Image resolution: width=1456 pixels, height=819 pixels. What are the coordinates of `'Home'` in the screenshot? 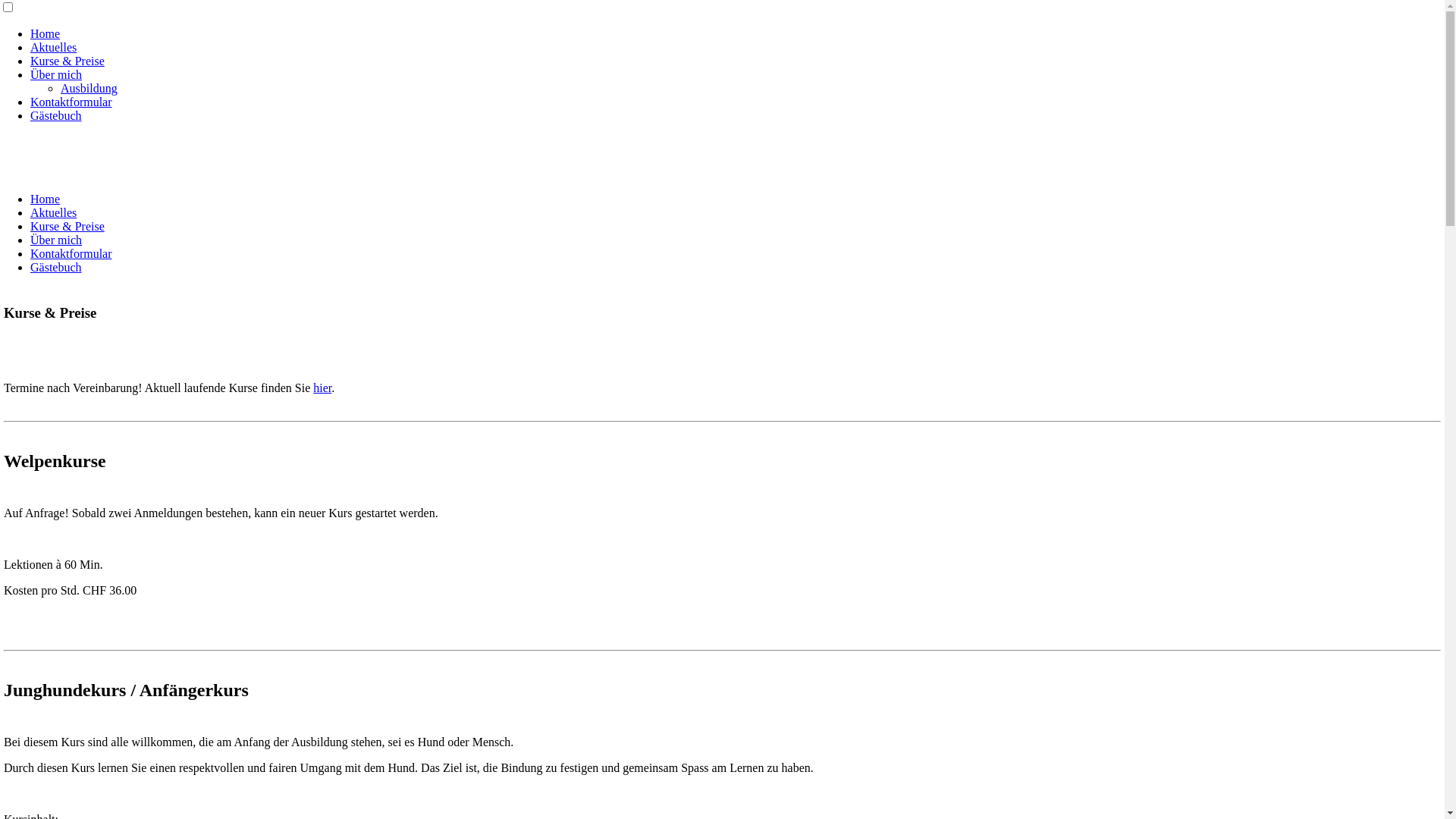 It's located at (45, 33).